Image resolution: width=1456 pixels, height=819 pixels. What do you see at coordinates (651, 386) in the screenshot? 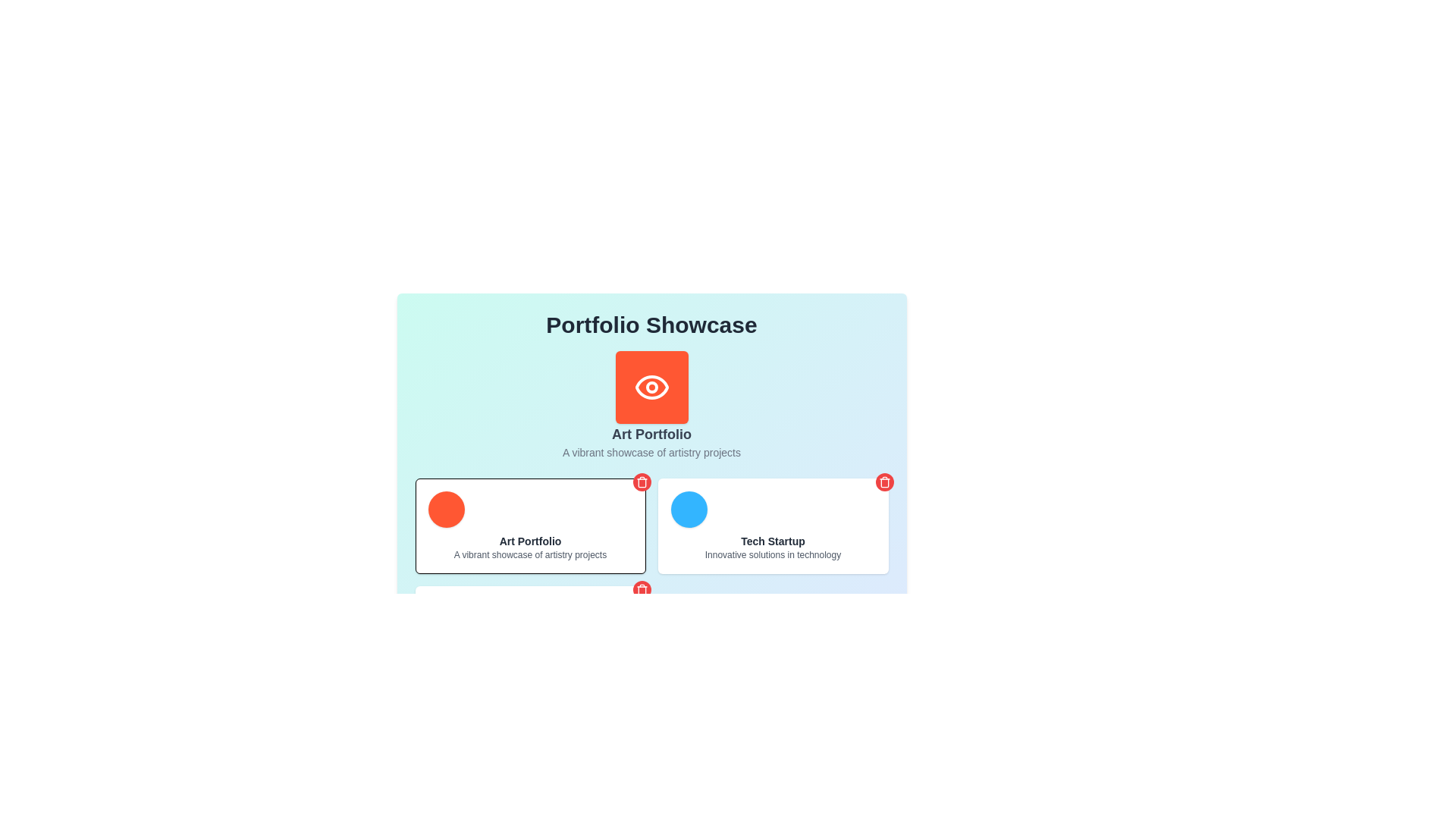
I see `the visual button-like component with a bright orange background and an eye icon, which is part of the 'Art Portfolio' section` at bounding box center [651, 386].